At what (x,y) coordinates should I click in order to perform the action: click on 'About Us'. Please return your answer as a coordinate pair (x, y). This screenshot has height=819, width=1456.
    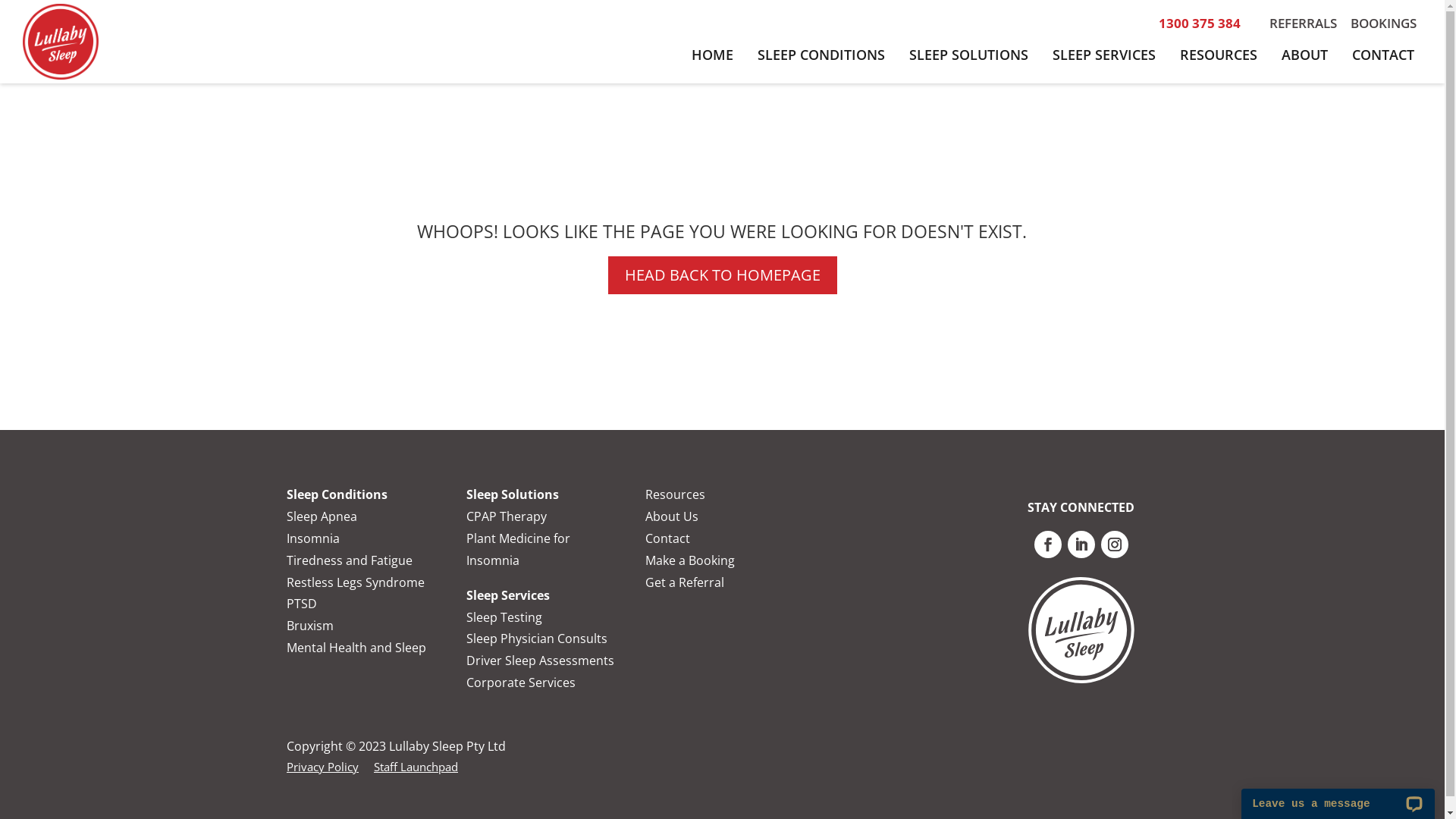
    Looking at the image, I should click on (671, 516).